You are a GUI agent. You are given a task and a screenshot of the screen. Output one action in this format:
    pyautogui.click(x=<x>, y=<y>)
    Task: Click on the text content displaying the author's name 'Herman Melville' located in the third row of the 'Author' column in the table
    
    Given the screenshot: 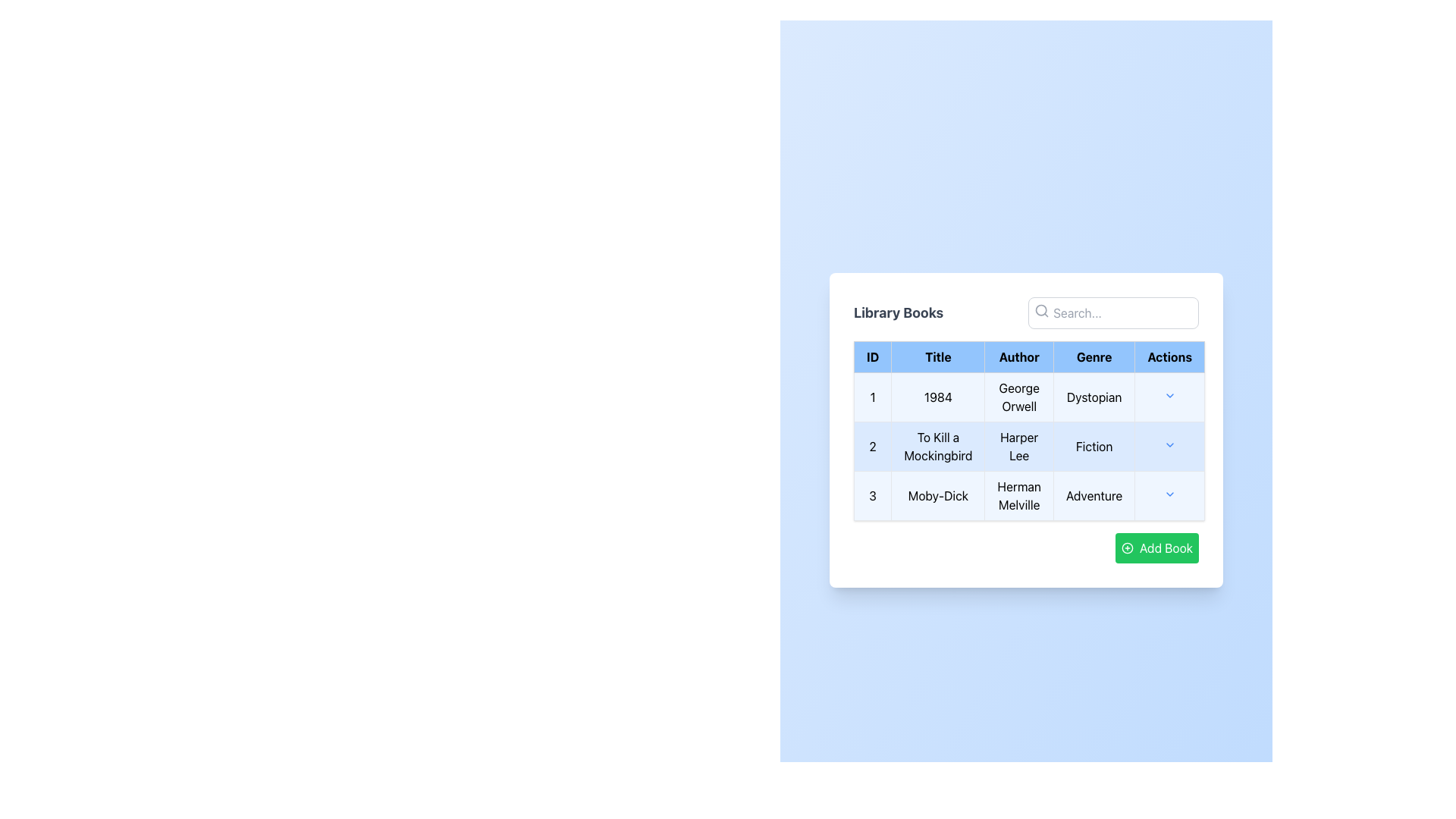 What is the action you would take?
    pyautogui.click(x=1029, y=495)
    